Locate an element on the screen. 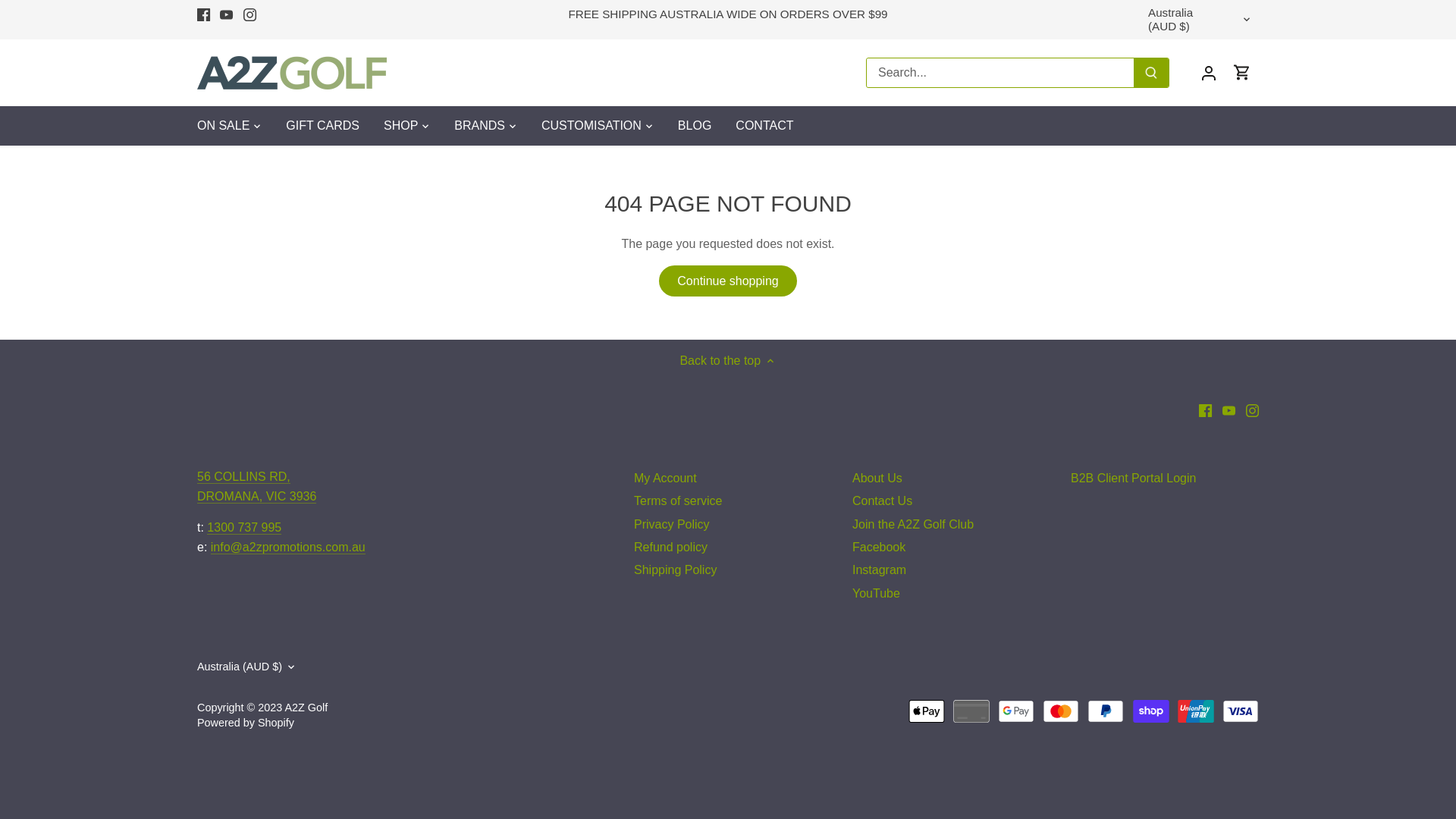  'Terms of service' is located at coordinates (633, 500).